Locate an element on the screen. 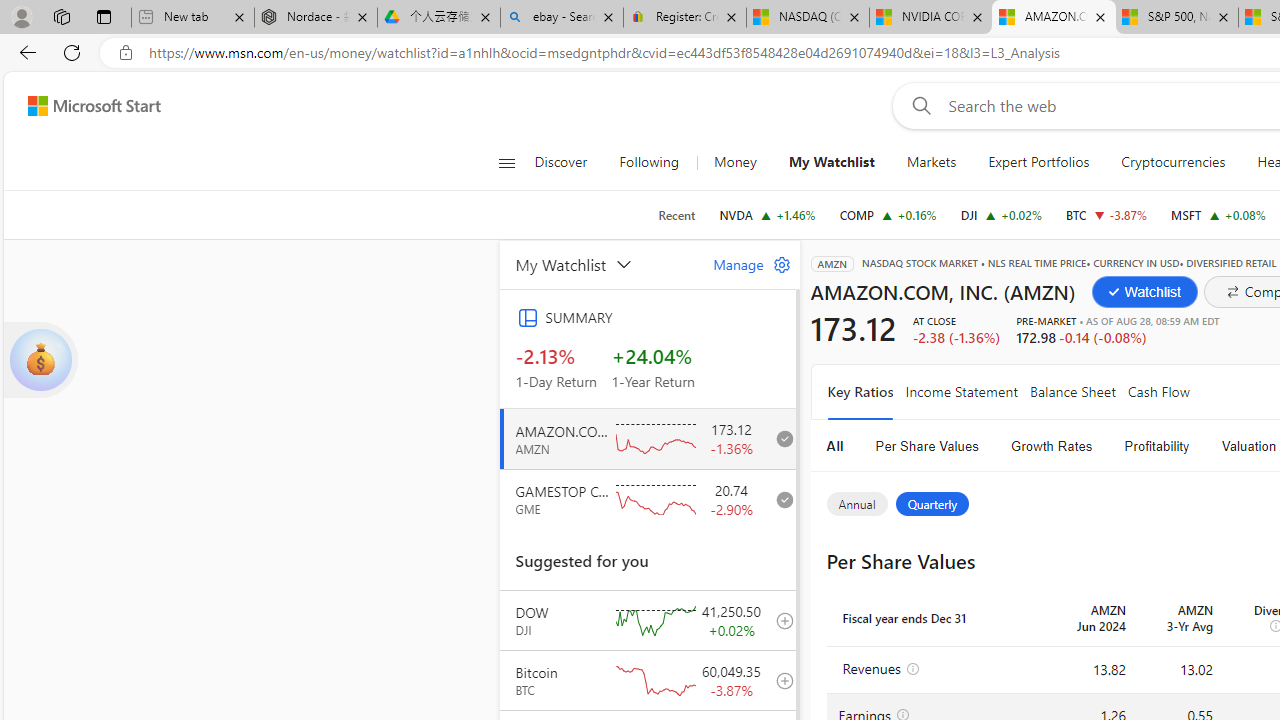 Image resolution: width=1280 pixels, height=720 pixels. 'Class: button-glyph' is located at coordinates (506, 162).